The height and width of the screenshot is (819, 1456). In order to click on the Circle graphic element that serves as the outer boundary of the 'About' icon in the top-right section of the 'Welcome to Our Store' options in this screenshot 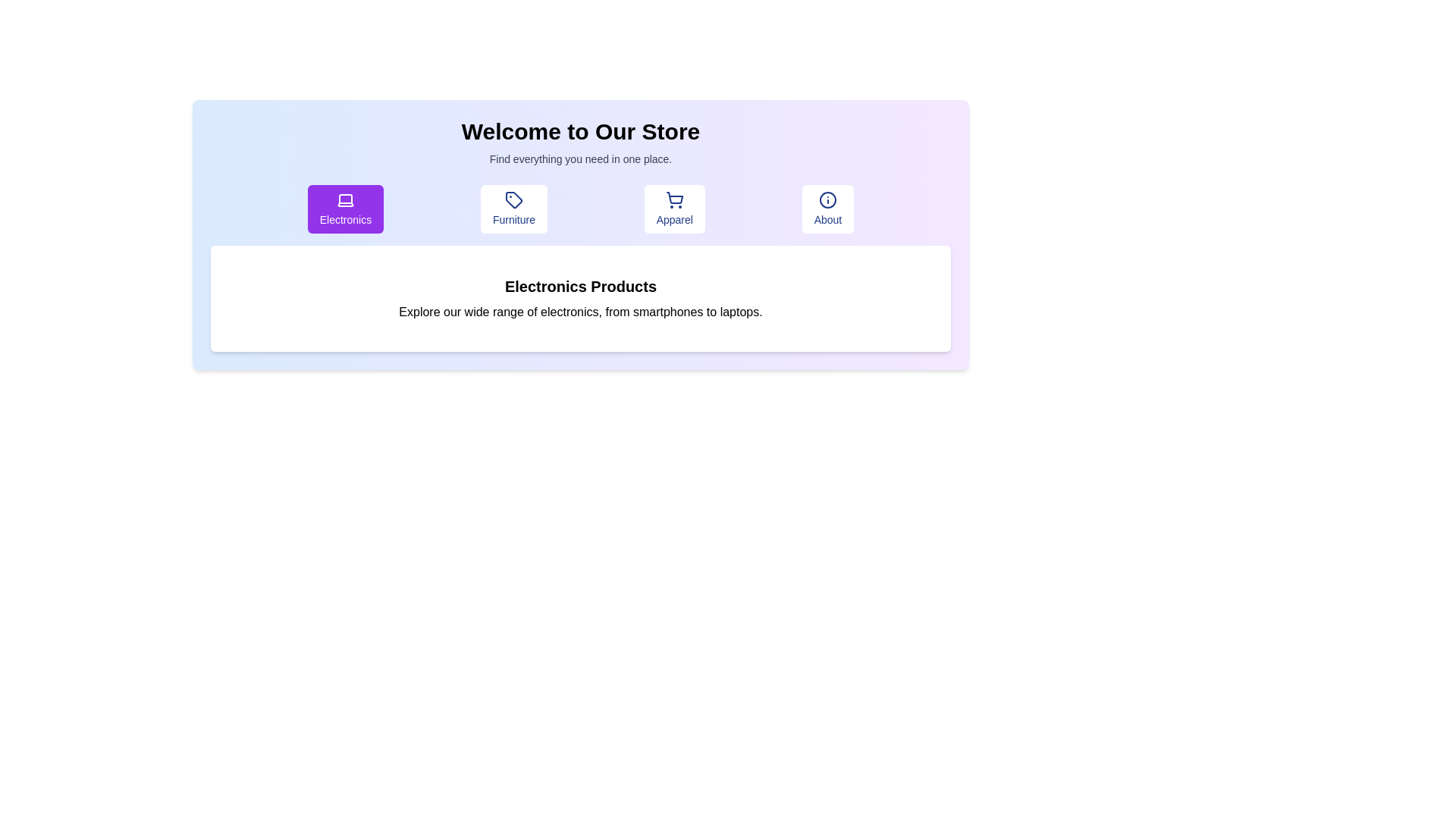, I will do `click(827, 199)`.